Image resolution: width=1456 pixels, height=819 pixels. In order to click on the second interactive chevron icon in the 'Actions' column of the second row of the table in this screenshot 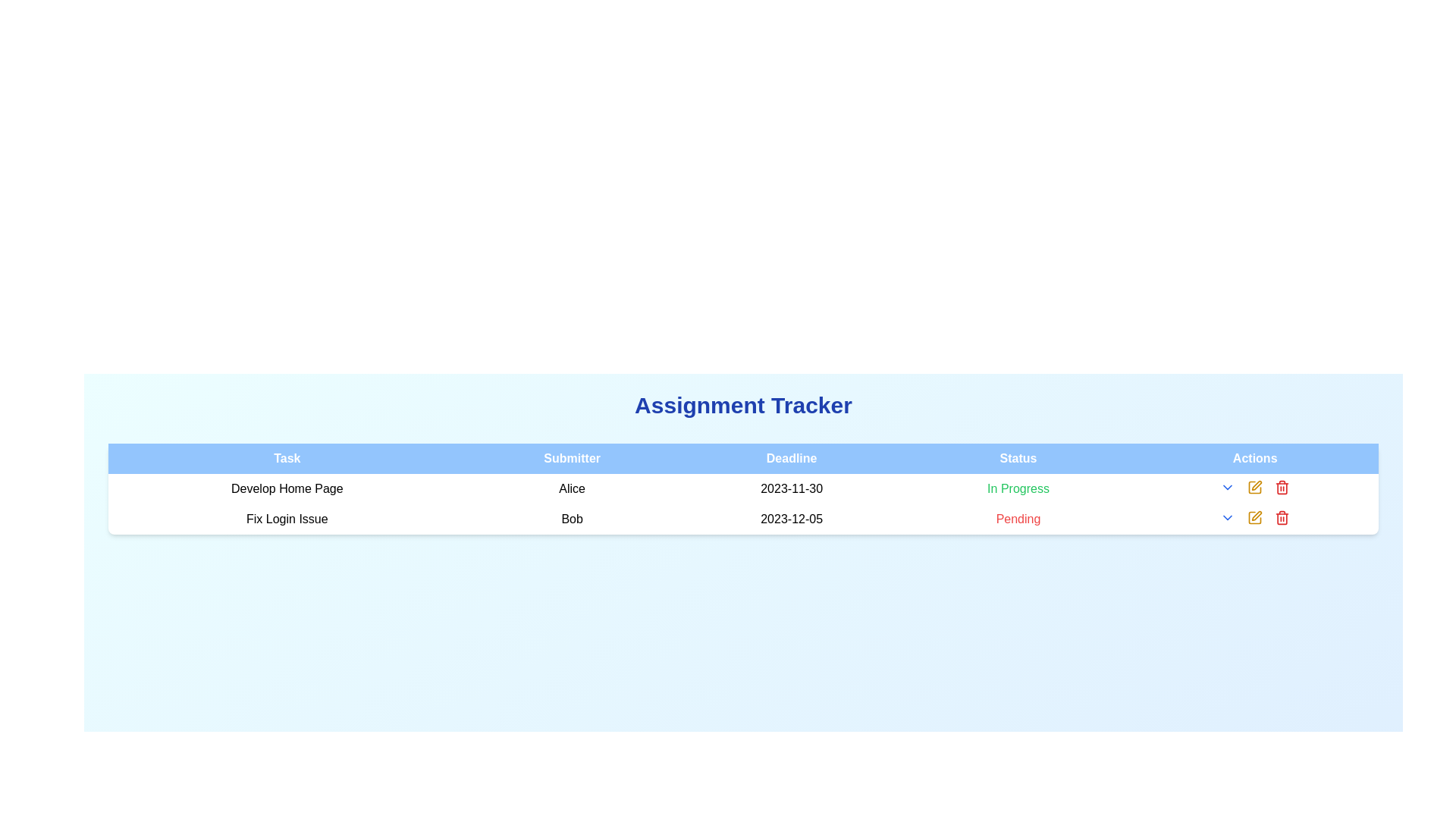, I will do `click(1228, 516)`.